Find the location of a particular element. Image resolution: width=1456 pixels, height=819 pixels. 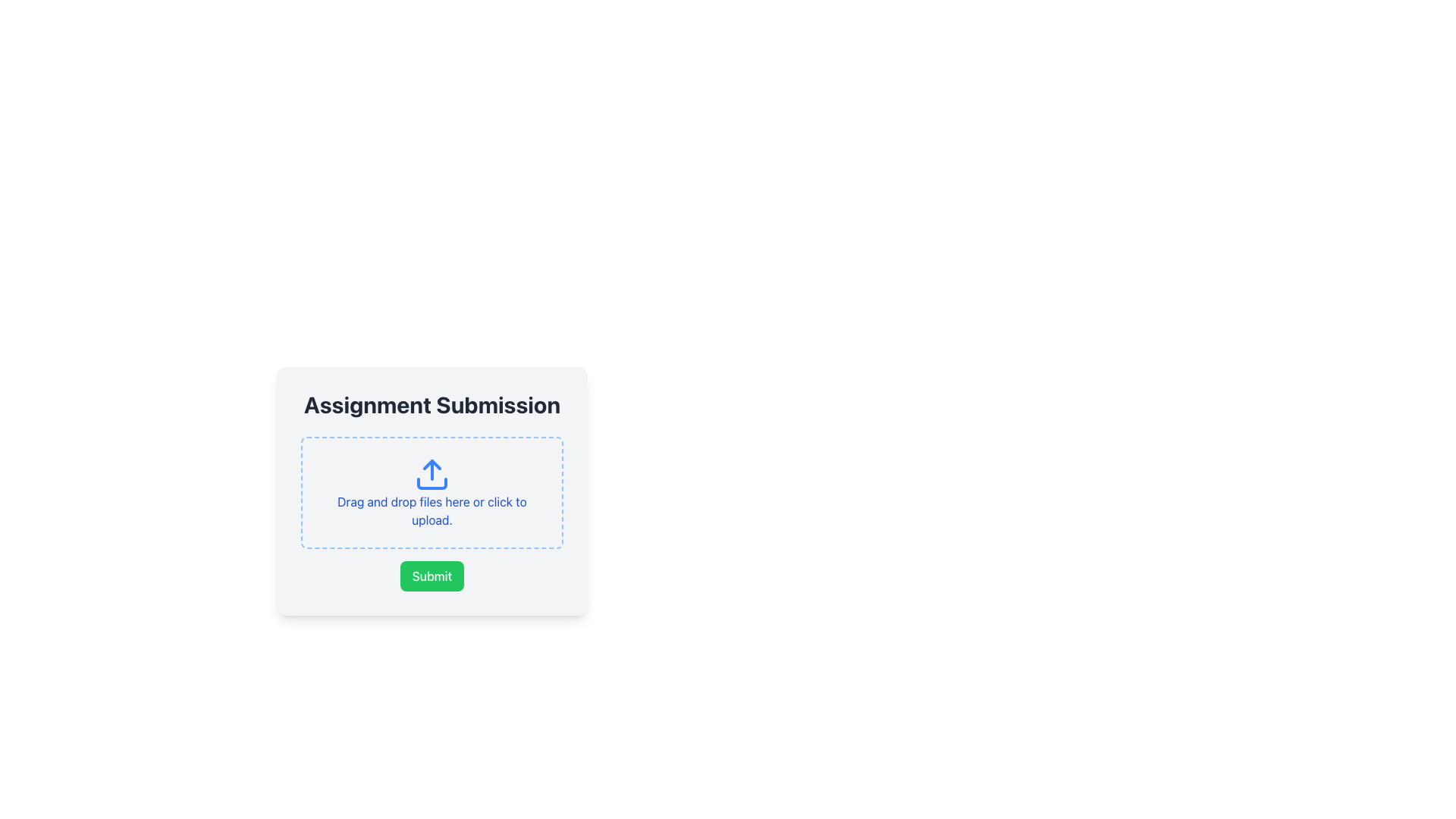

the upward-pointing arrowhead icon with a blue stroke color, located at the top-center of the upload icon is located at coordinates (431, 464).